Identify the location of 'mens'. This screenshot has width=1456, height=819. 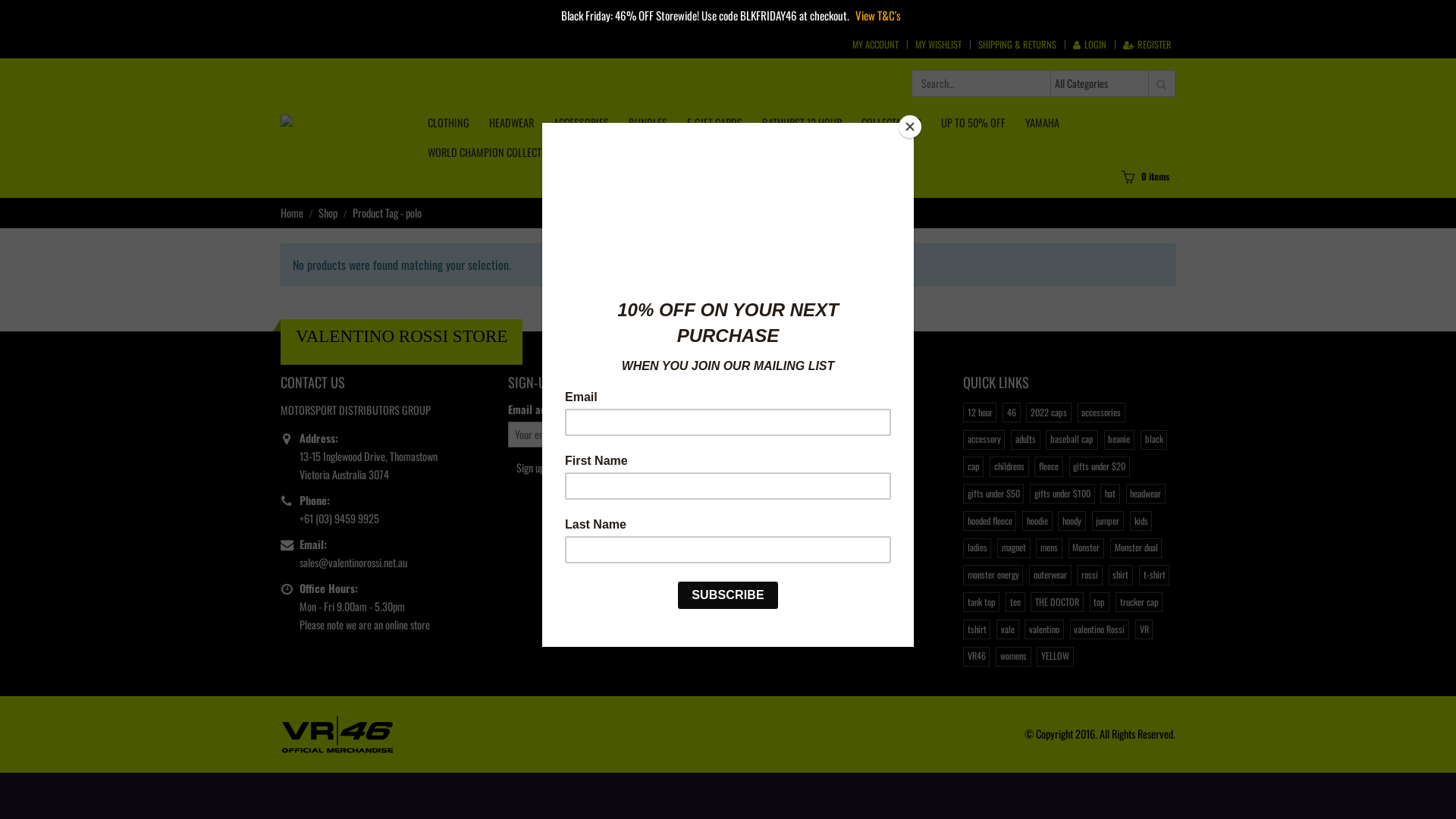
(1047, 548).